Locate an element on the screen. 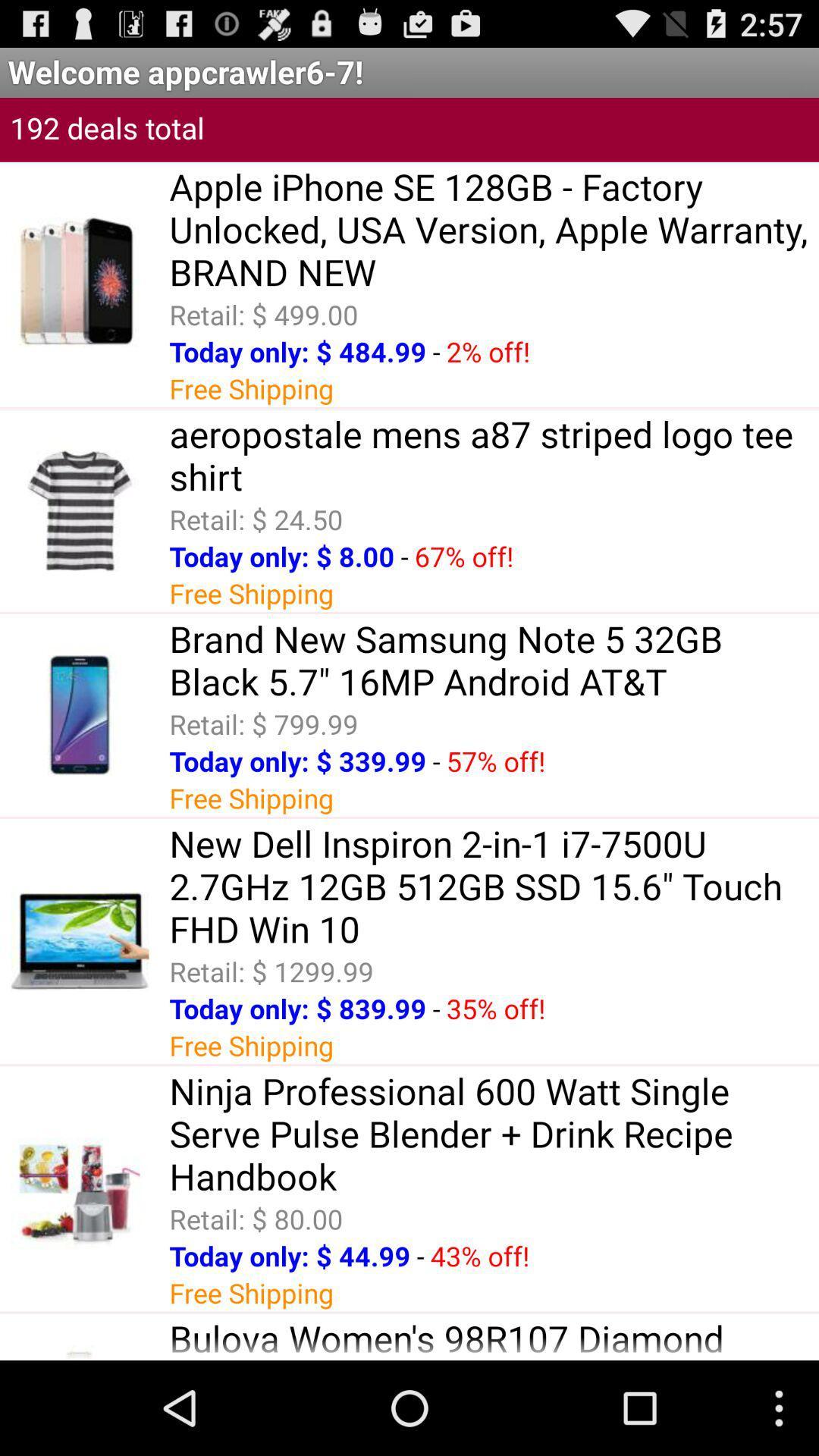  the new dell inspiron app is located at coordinates (494, 886).